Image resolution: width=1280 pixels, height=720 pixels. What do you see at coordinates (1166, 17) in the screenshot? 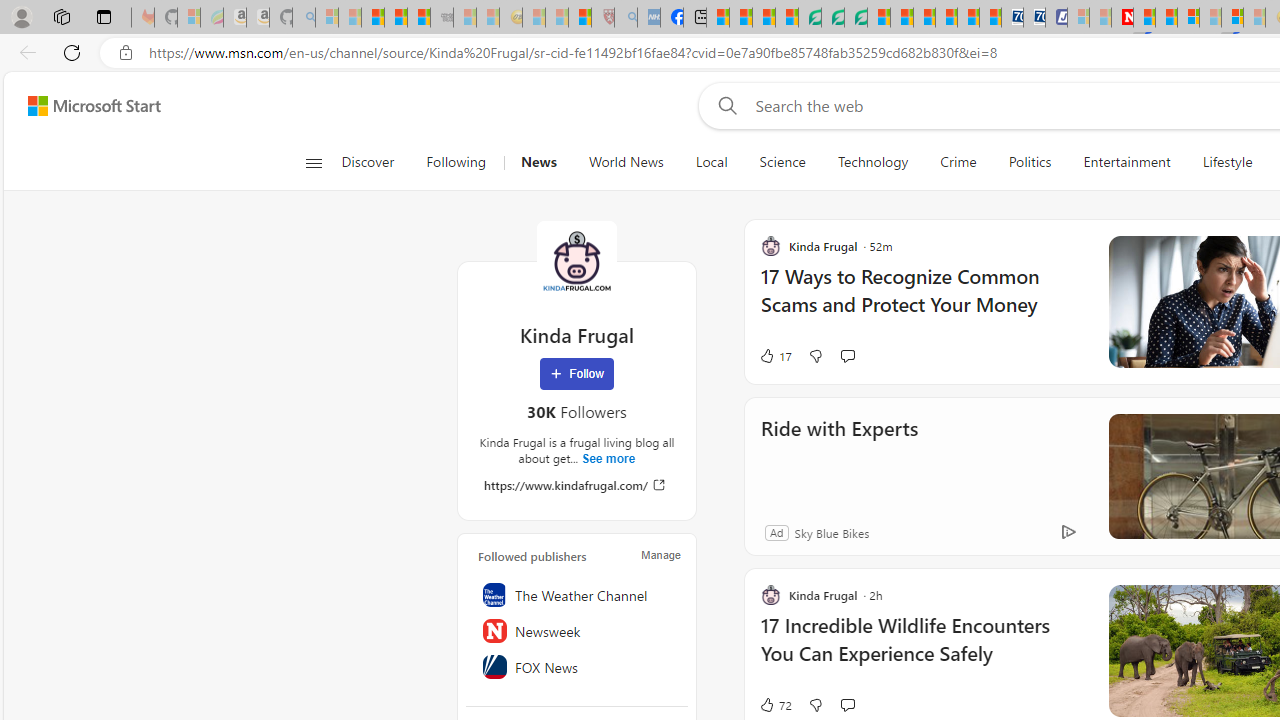
I see `'14 Common Myths Debunked By Scientific Facts'` at bounding box center [1166, 17].